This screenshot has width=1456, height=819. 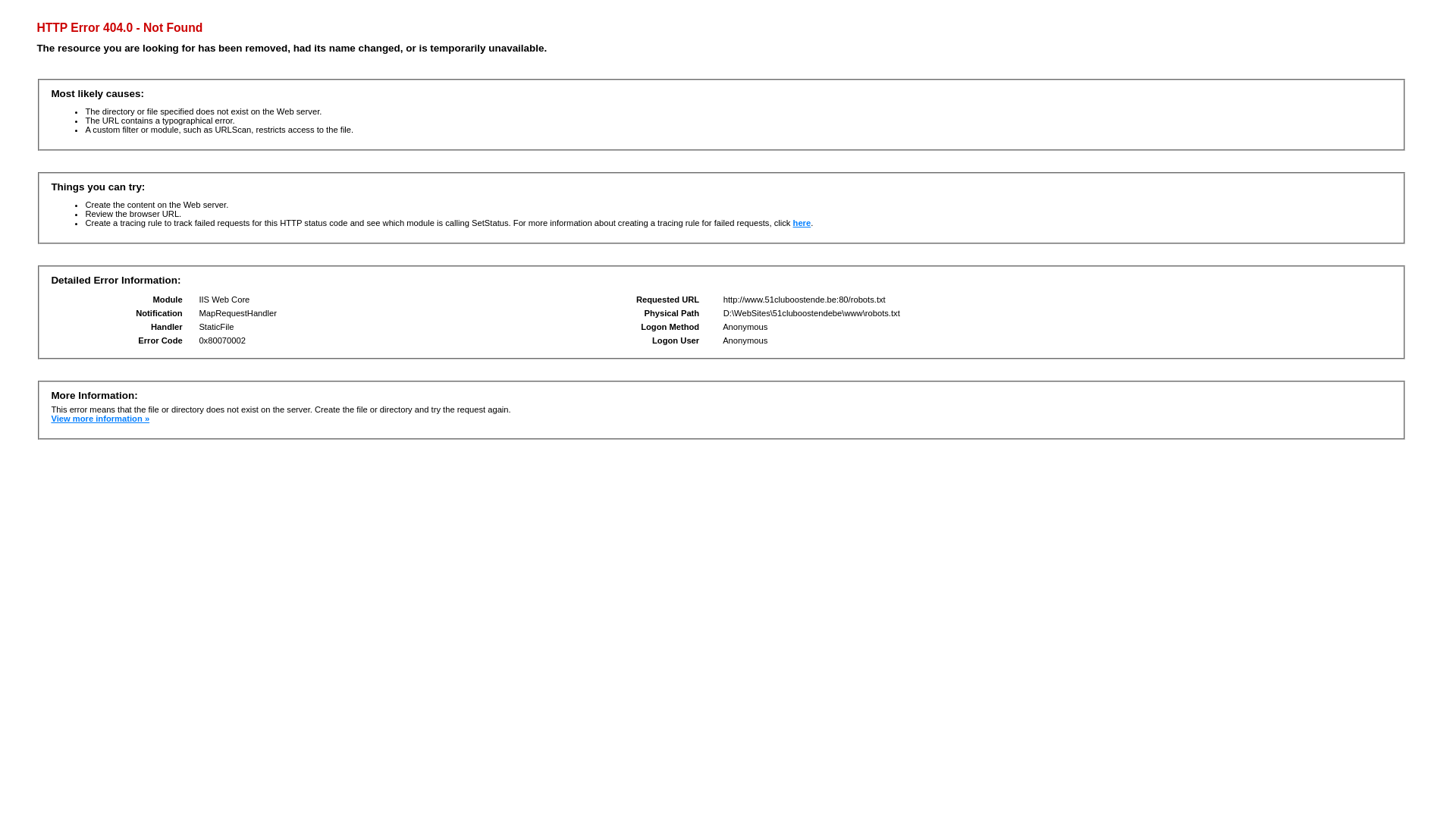 What do you see at coordinates (801, 222) in the screenshot?
I see `'here'` at bounding box center [801, 222].